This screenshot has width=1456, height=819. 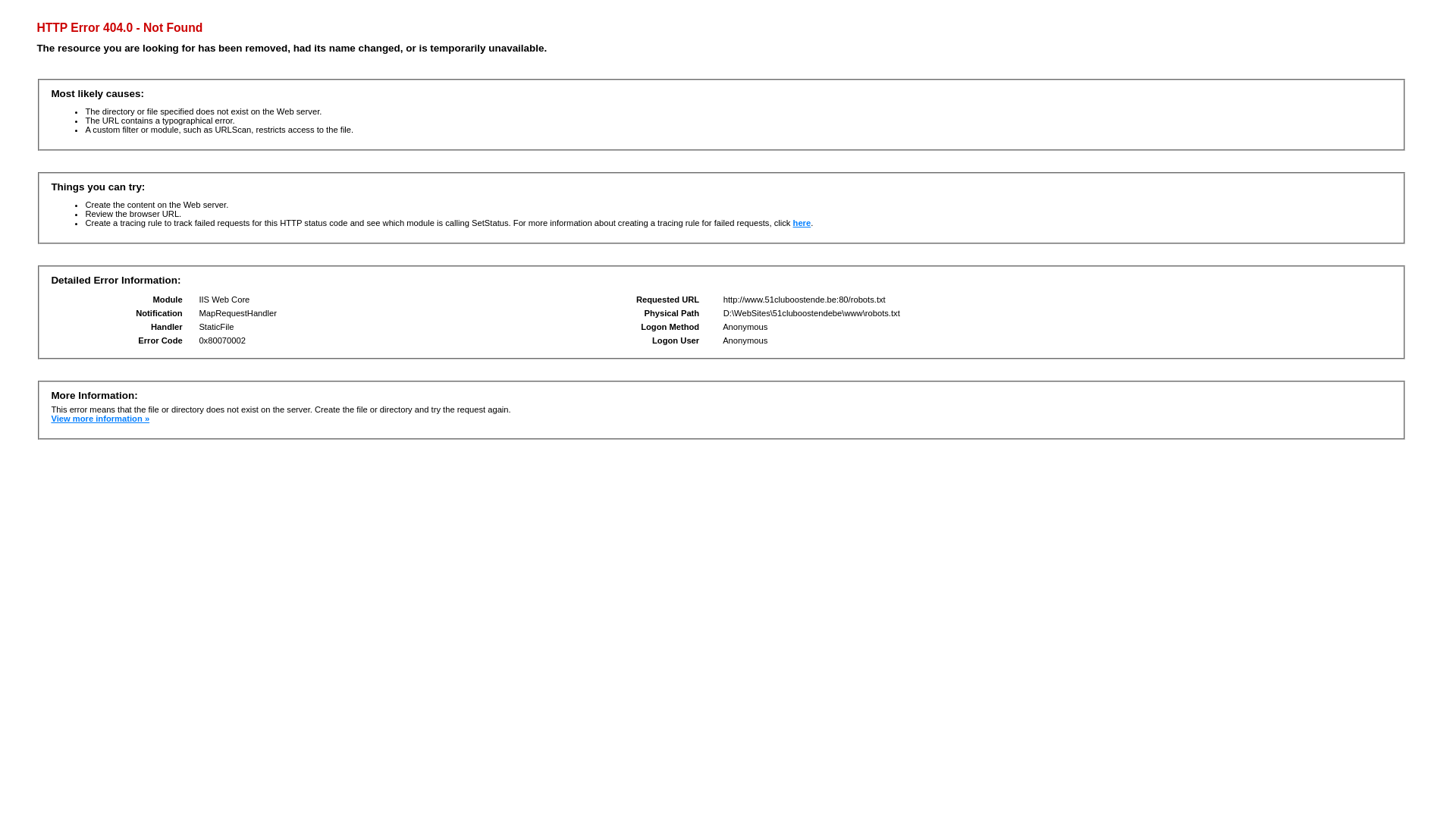 What do you see at coordinates (801, 222) in the screenshot?
I see `'here'` at bounding box center [801, 222].